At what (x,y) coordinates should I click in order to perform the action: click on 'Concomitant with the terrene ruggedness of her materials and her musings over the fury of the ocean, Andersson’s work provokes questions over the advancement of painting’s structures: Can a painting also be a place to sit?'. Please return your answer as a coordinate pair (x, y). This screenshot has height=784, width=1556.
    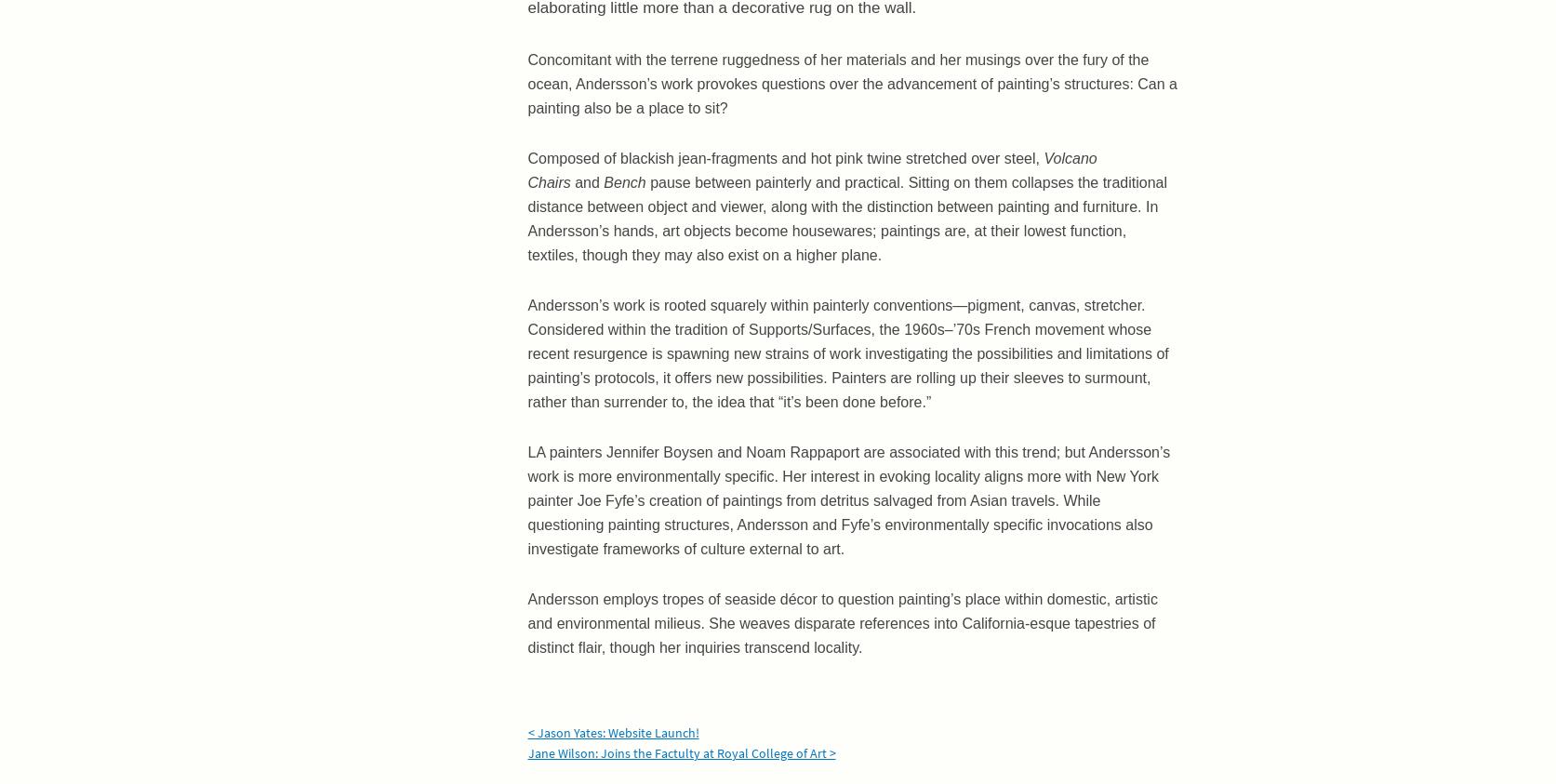
    Looking at the image, I should click on (850, 82).